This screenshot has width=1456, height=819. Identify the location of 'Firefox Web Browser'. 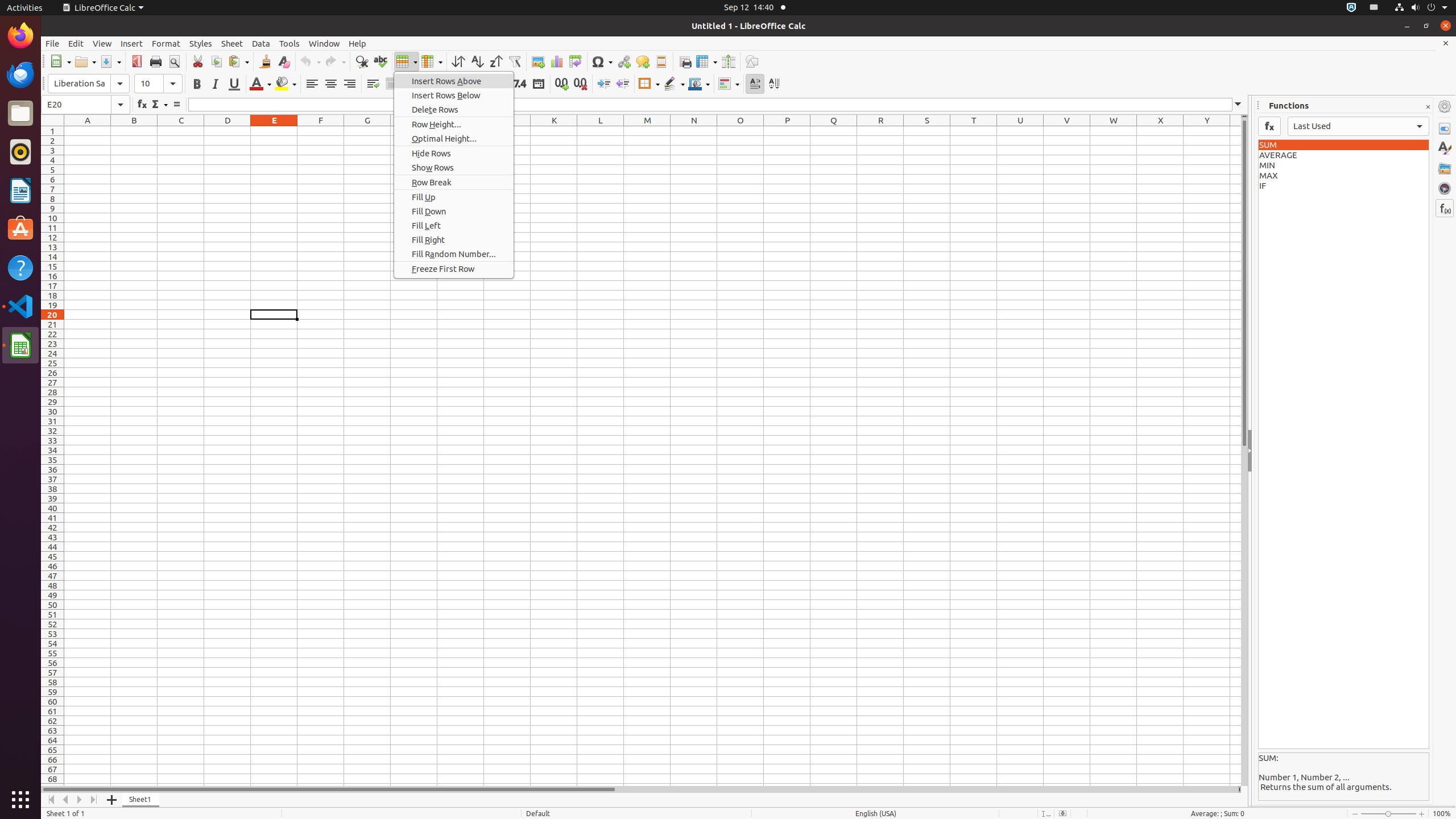
(20, 35).